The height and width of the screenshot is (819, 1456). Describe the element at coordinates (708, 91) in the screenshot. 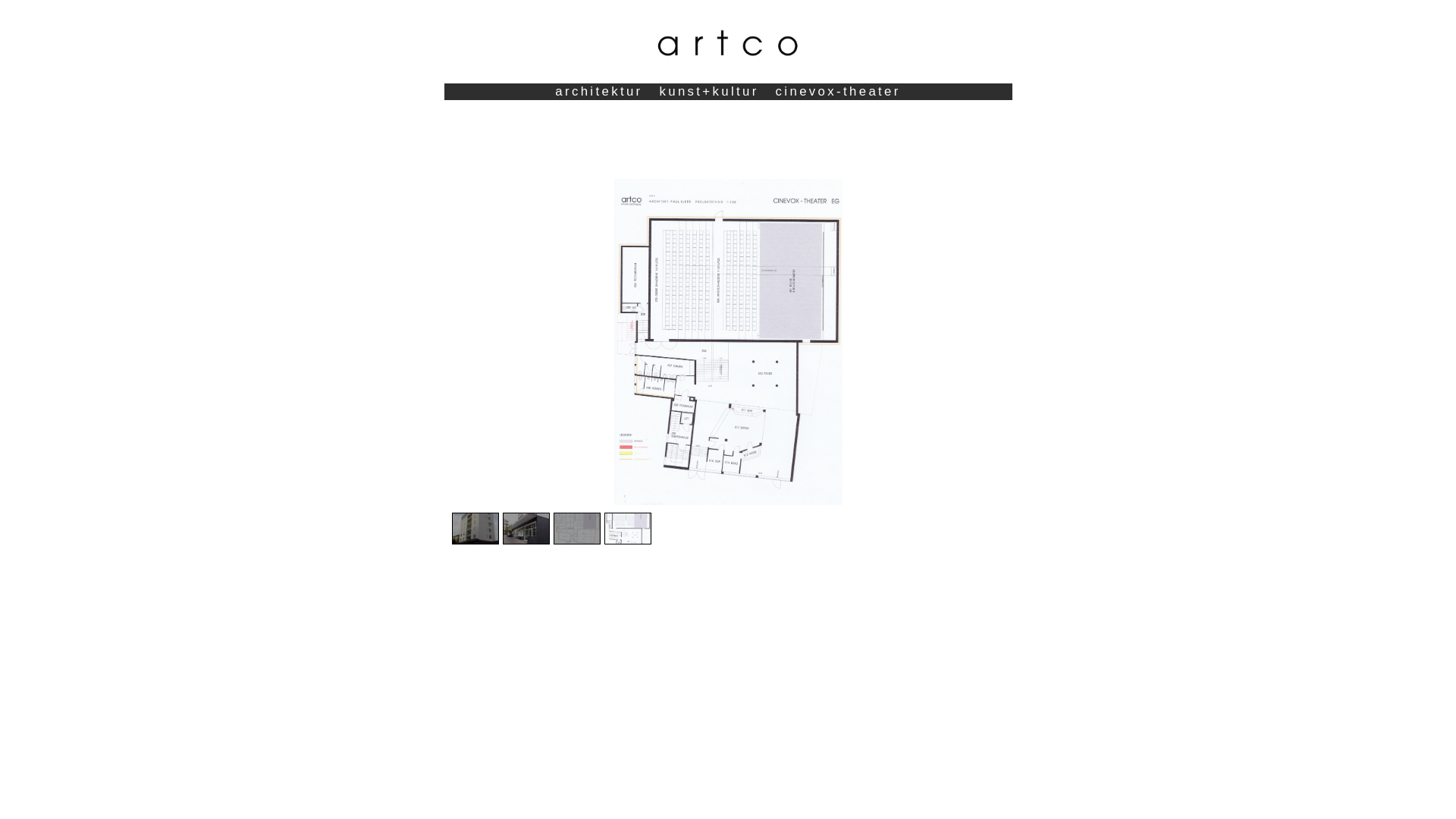

I see `'kunst+kultur'` at that location.